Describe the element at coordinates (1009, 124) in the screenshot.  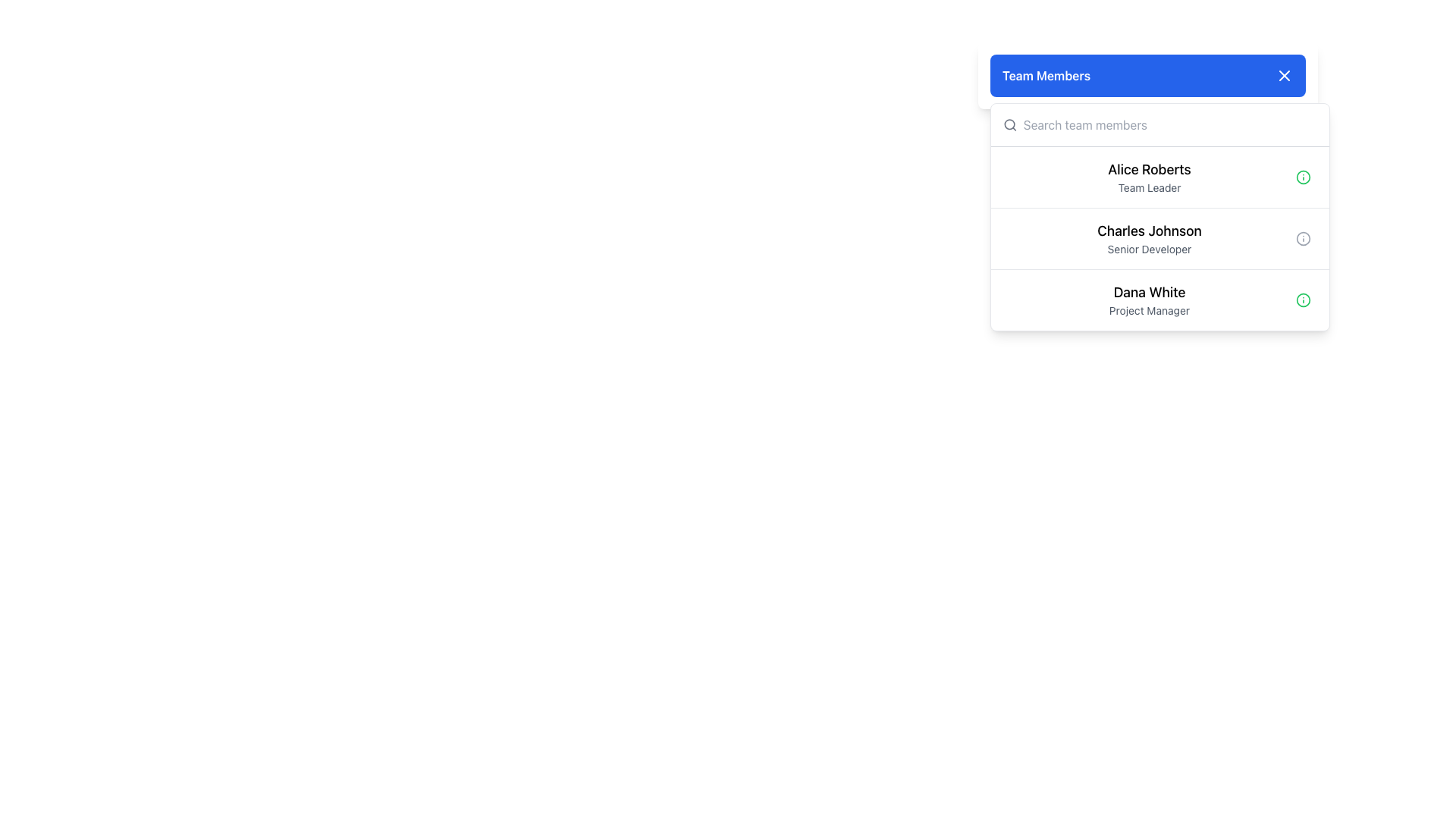
I see `the graphical icon part of the magnifying glass icon located on the left side of the 'Search team members' input field` at that location.